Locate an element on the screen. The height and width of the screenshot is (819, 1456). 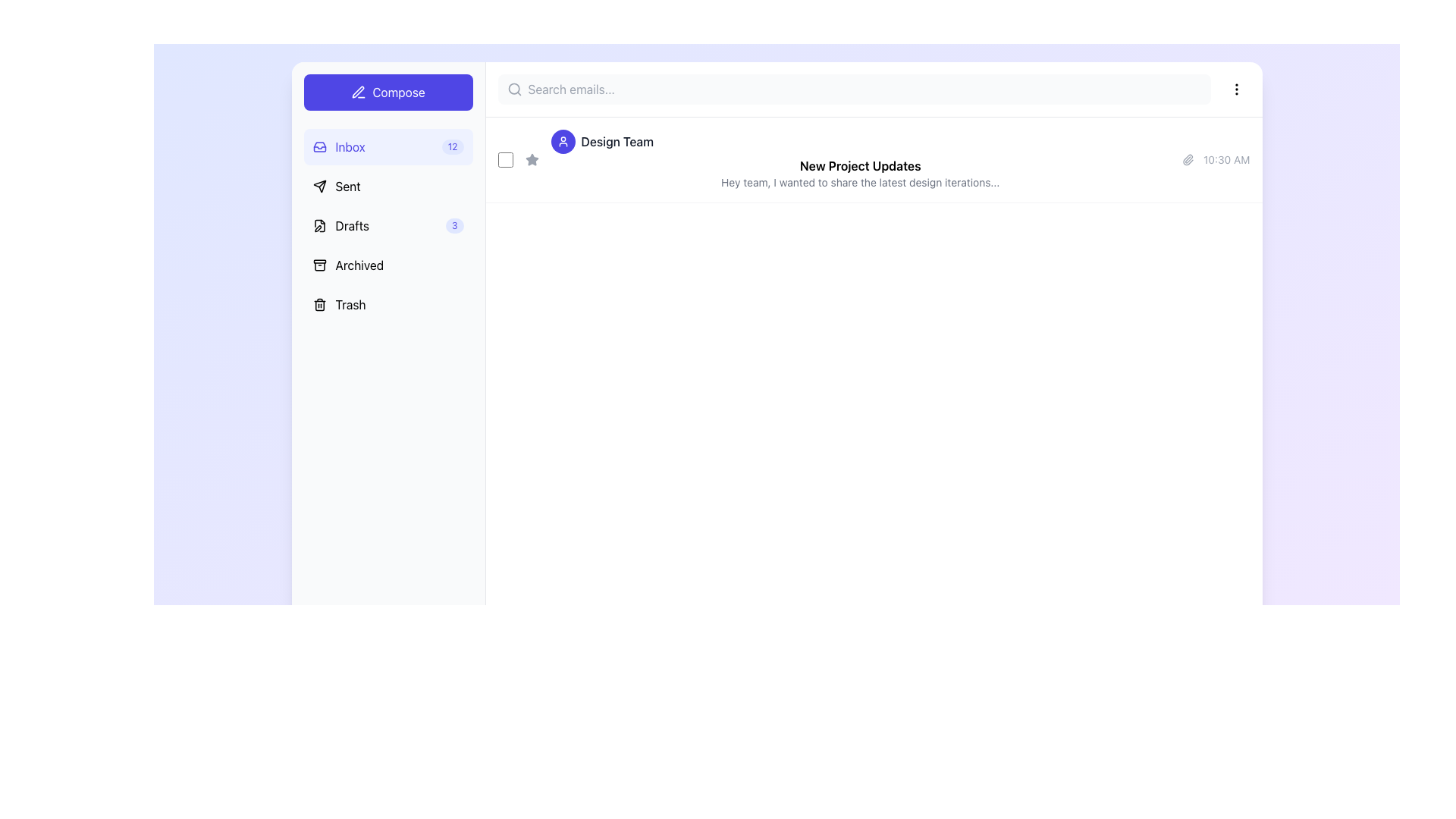
user account SVG icon located within a circular button on the left side of the email entry for 'Design Team.' is located at coordinates (562, 141).